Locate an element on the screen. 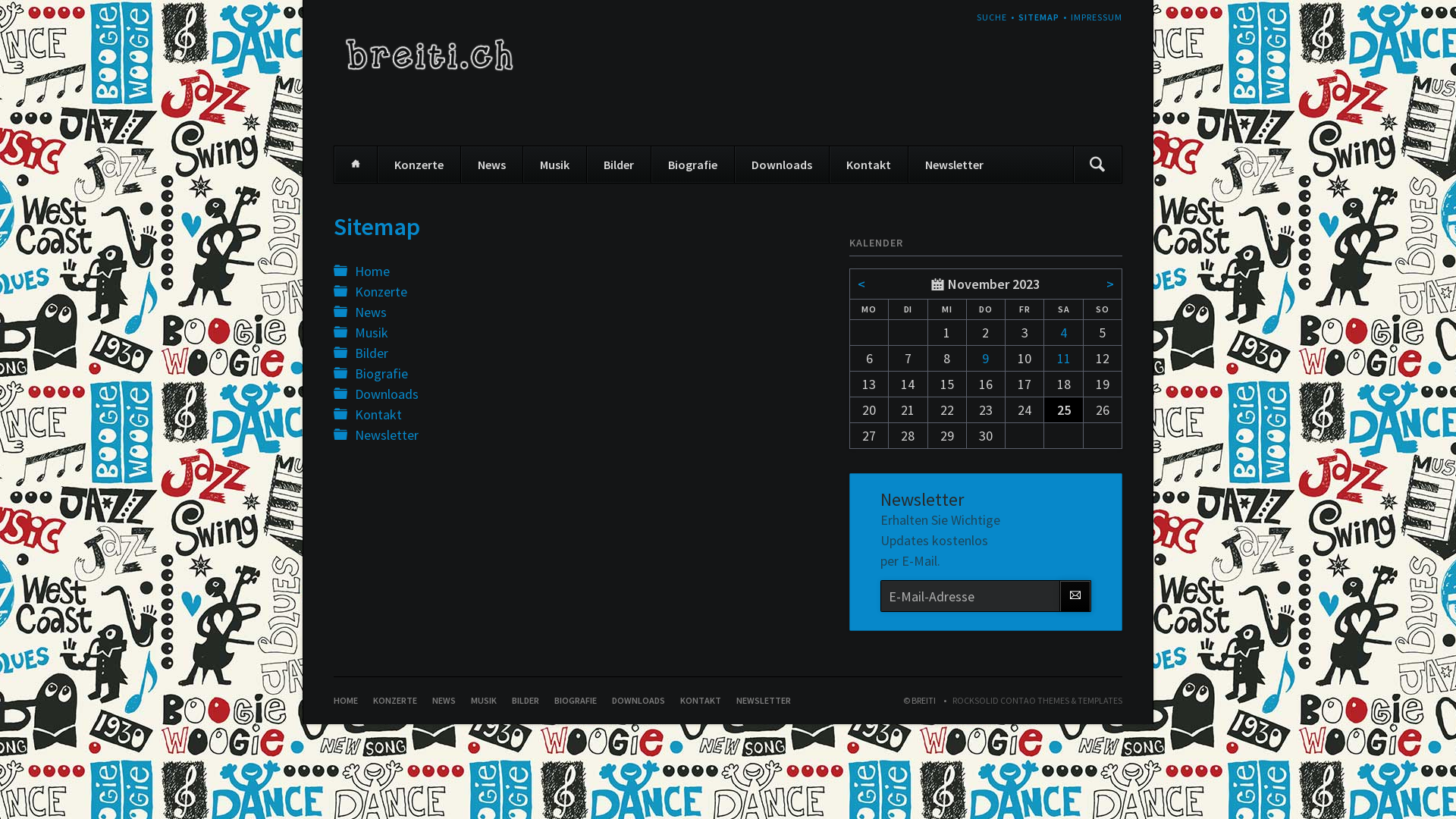 The height and width of the screenshot is (819, 1456). '<' is located at coordinates (861, 284).